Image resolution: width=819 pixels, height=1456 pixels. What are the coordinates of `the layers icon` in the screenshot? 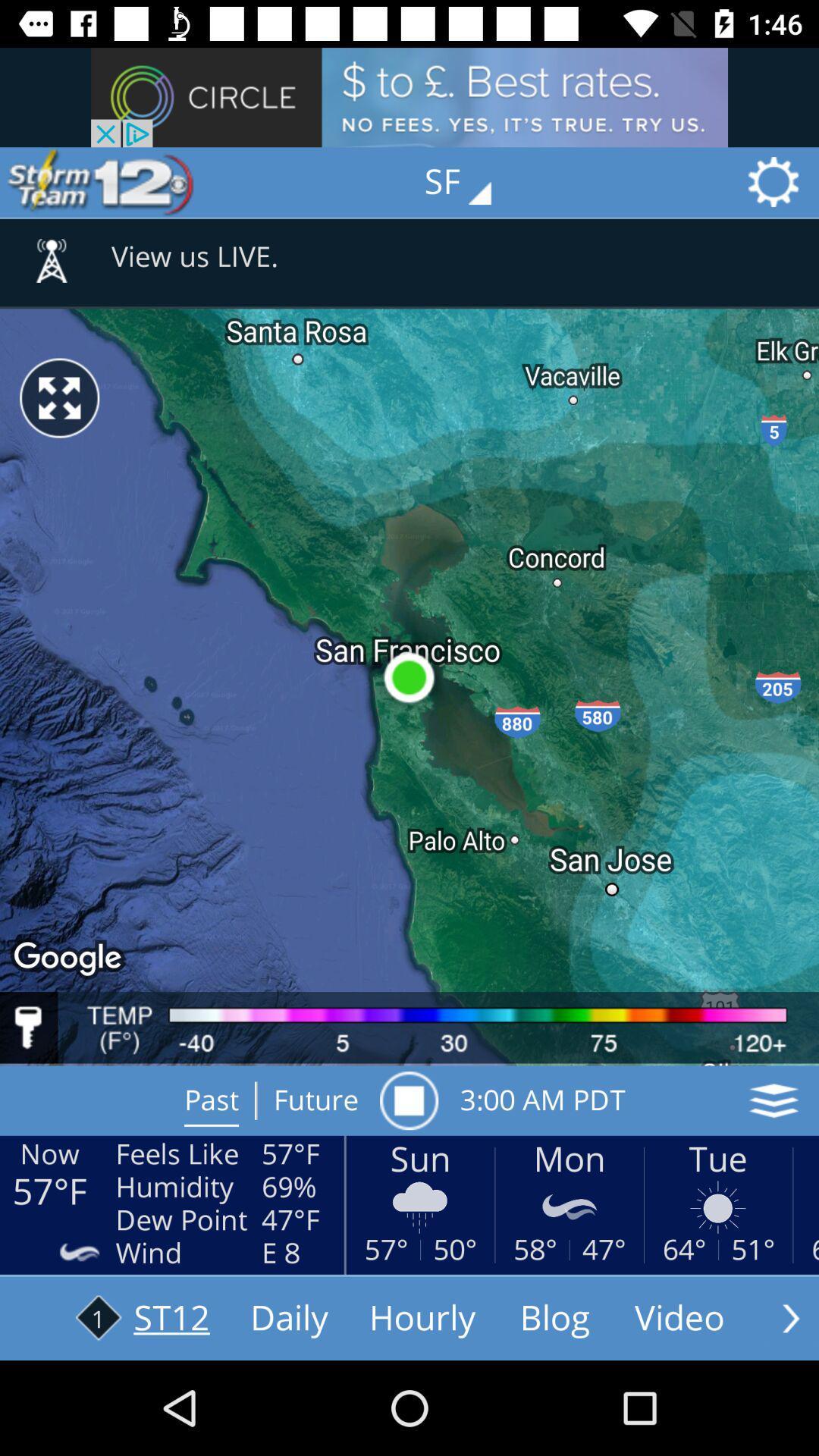 It's located at (773, 1100).